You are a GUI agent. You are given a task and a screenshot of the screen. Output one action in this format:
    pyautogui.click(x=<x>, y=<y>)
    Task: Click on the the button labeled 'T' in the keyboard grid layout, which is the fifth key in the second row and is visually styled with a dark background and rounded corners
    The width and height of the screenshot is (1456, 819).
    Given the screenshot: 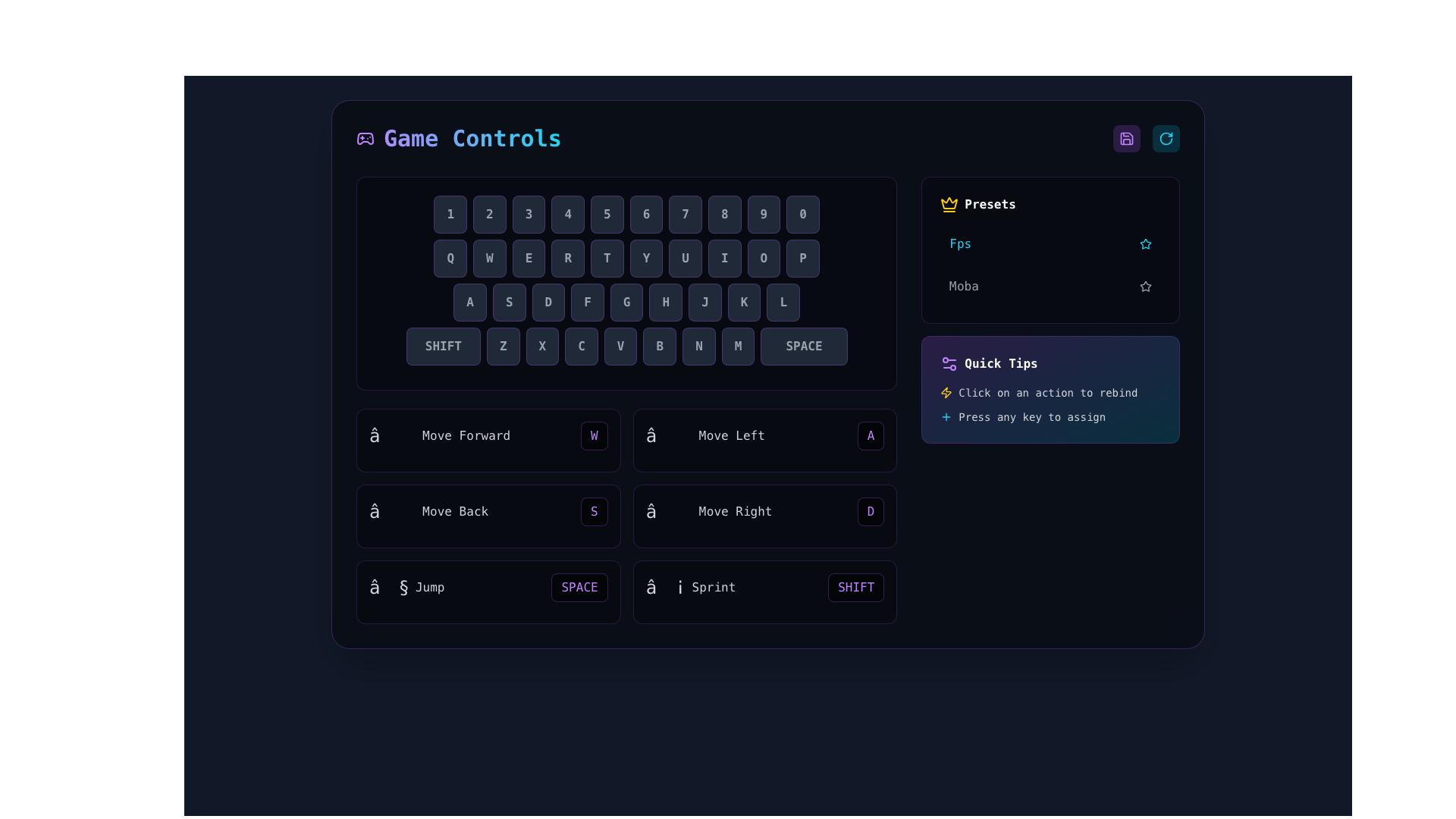 What is the action you would take?
    pyautogui.click(x=607, y=257)
    